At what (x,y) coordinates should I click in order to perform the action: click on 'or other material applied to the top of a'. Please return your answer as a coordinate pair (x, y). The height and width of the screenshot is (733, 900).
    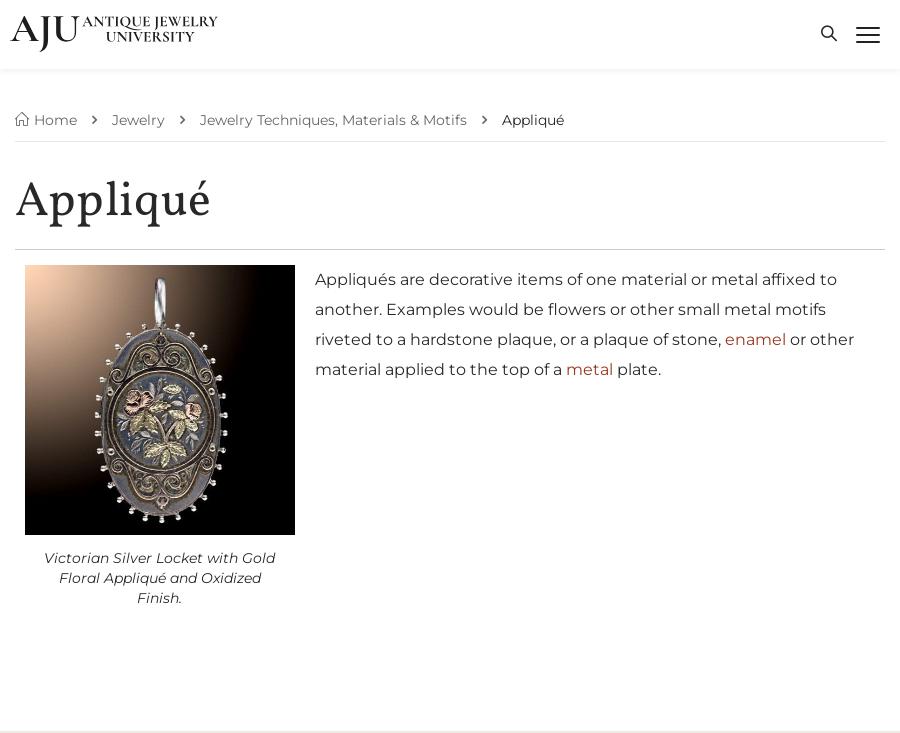
    Looking at the image, I should click on (583, 352).